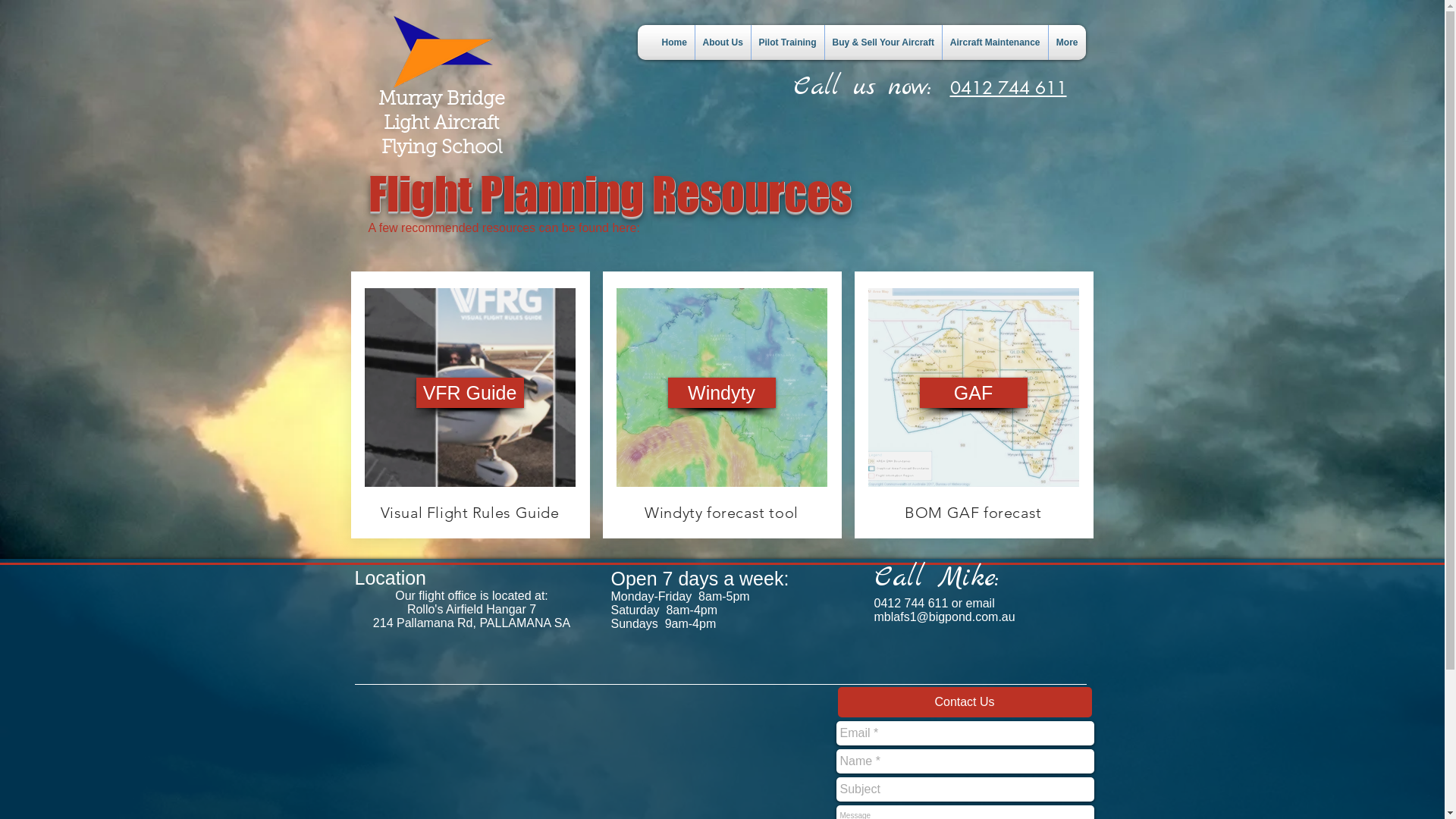 Image resolution: width=1456 pixels, height=819 pixels. What do you see at coordinates (883, 42) in the screenshot?
I see `'Buy & Sell Your Aircraft'` at bounding box center [883, 42].